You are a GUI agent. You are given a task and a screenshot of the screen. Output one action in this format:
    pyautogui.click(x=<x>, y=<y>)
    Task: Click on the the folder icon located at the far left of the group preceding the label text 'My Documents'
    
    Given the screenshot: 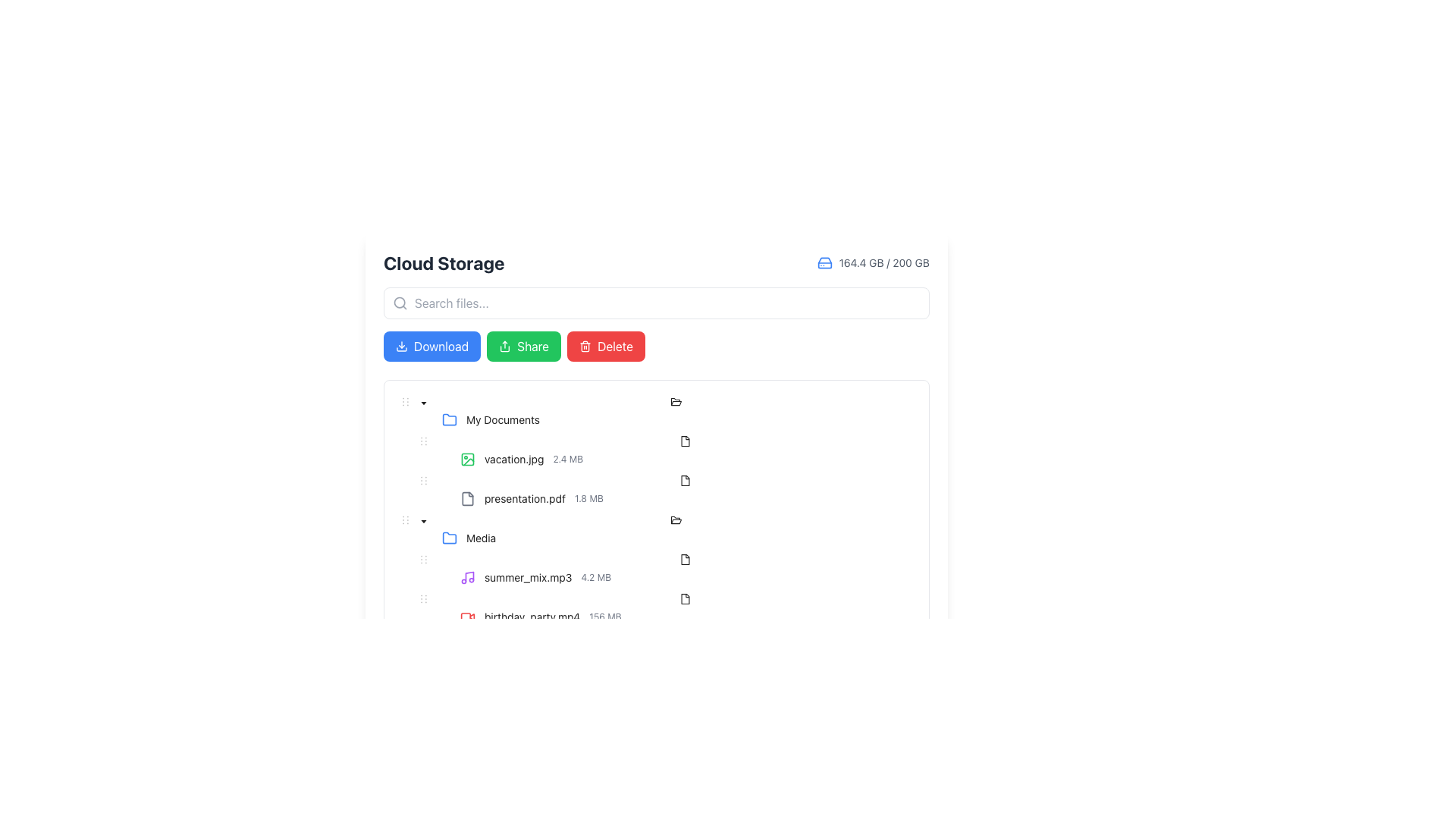 What is the action you would take?
    pyautogui.click(x=449, y=420)
    